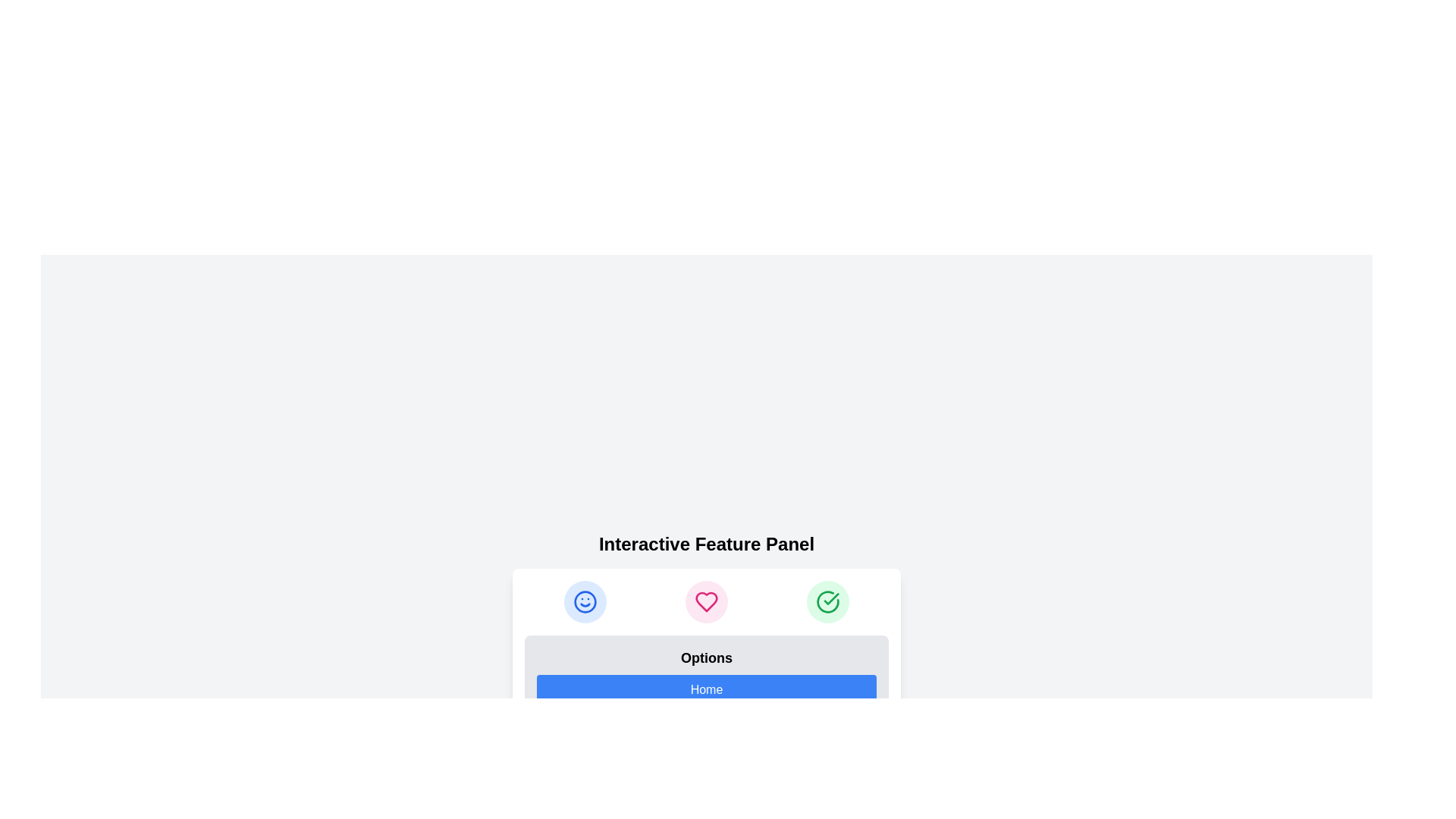 This screenshot has width=1456, height=819. Describe the element at coordinates (827, 601) in the screenshot. I see `the circular green button with a tick icon located on the far right within a row of three buttons` at that location.